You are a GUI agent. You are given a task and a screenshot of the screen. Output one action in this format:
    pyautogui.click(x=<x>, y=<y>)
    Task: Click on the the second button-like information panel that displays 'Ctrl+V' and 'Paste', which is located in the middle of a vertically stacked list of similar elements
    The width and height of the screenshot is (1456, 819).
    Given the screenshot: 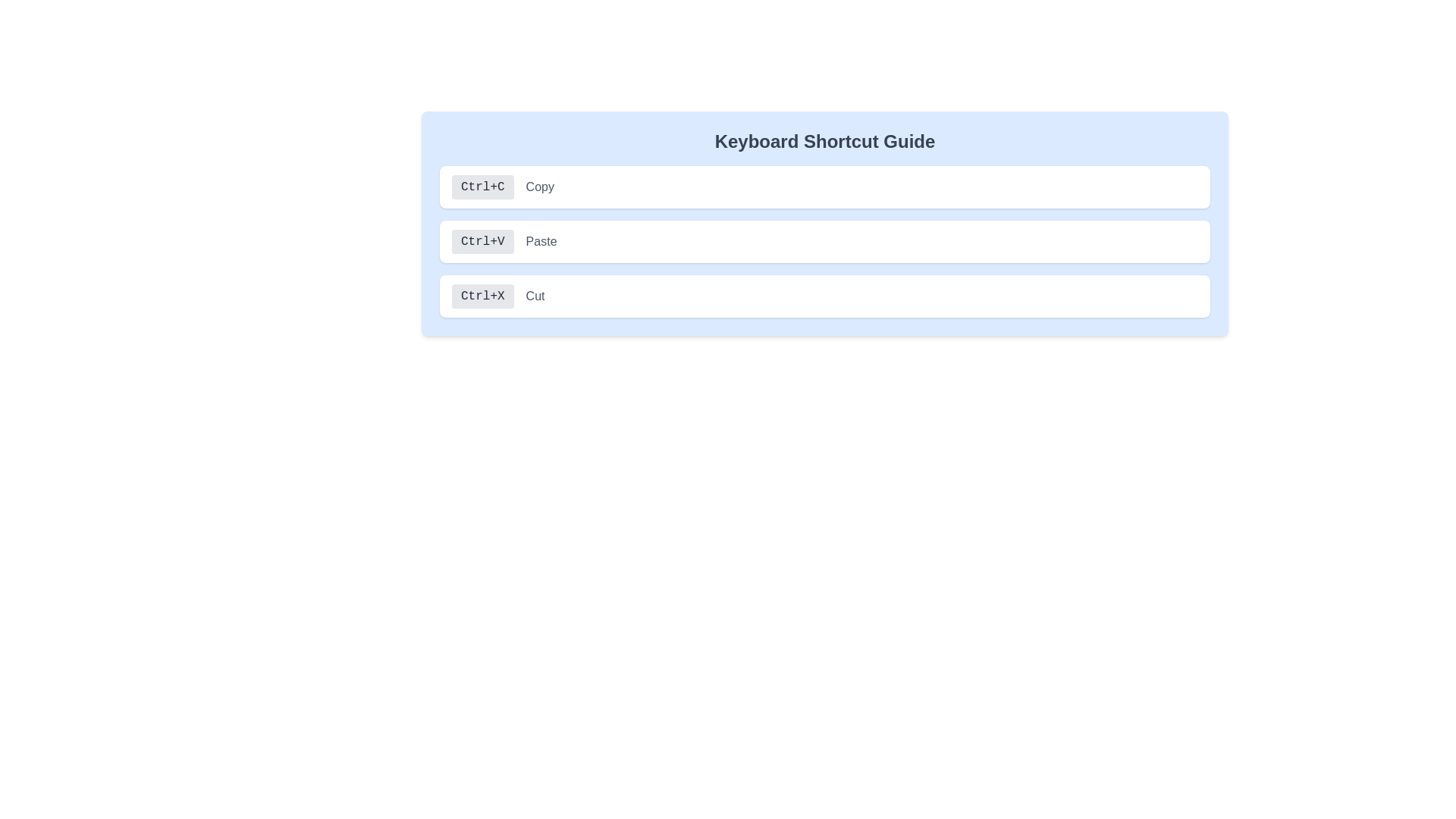 What is the action you would take?
    pyautogui.click(x=824, y=241)
    